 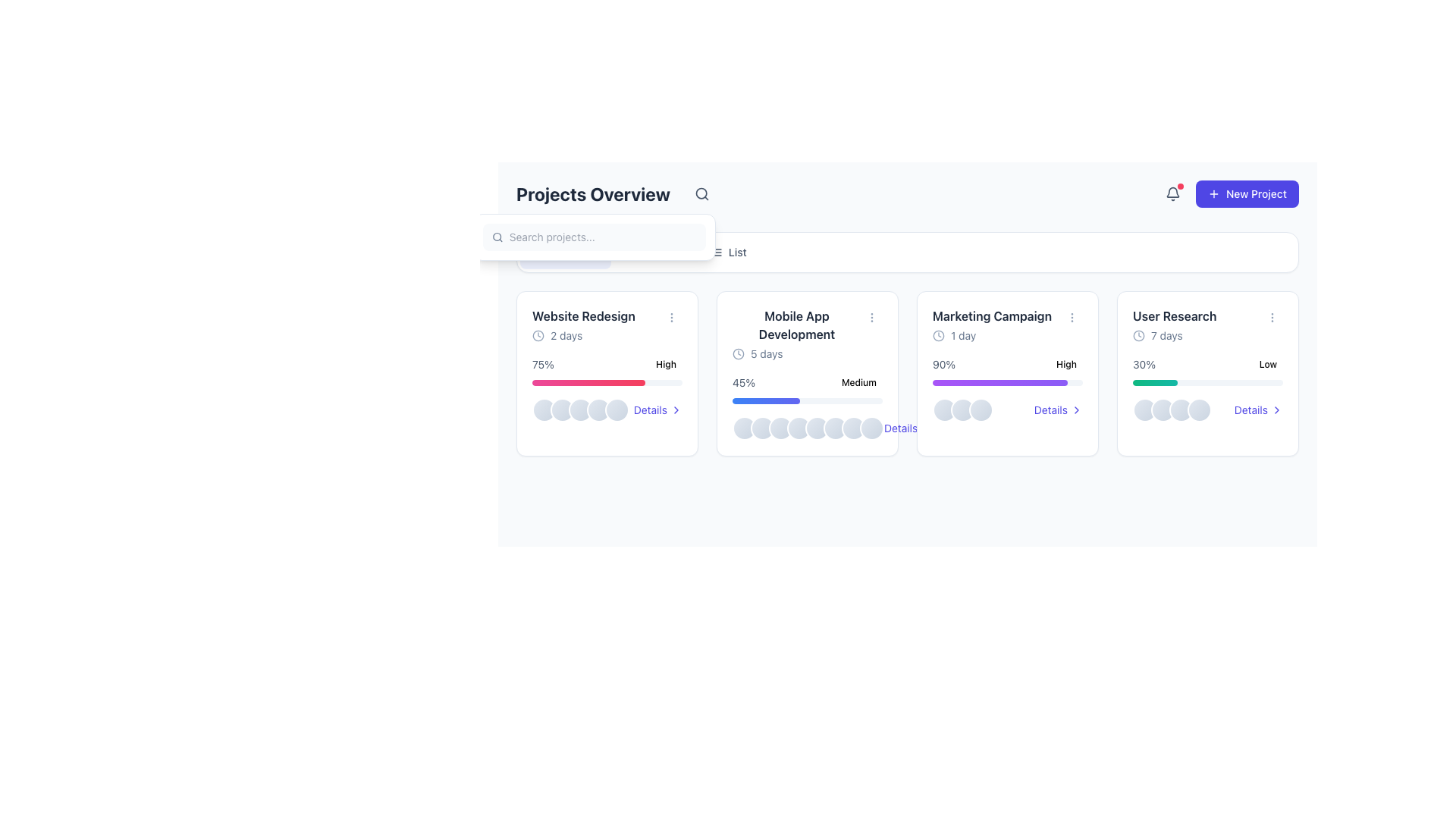 I want to click on the interactive button located in the top-right corner of the 'Marketing Campaign' card, so click(x=1072, y=317).